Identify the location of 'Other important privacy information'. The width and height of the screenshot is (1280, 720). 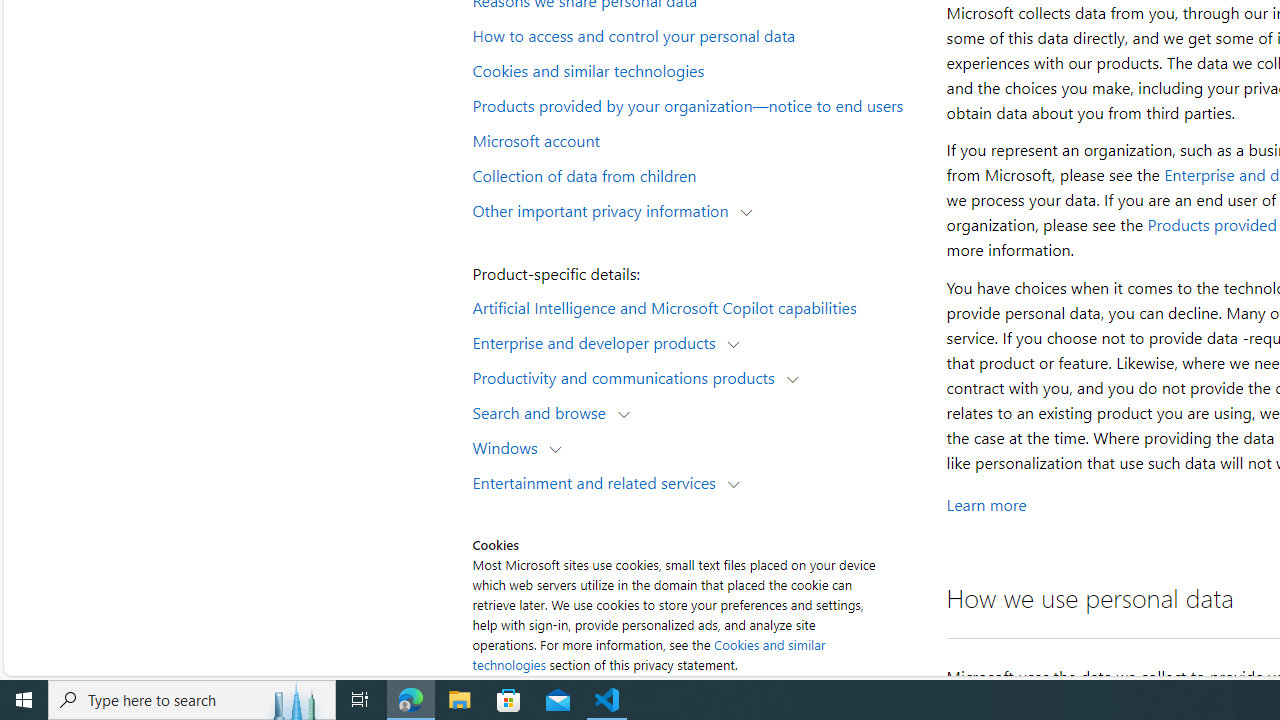
(604, 209).